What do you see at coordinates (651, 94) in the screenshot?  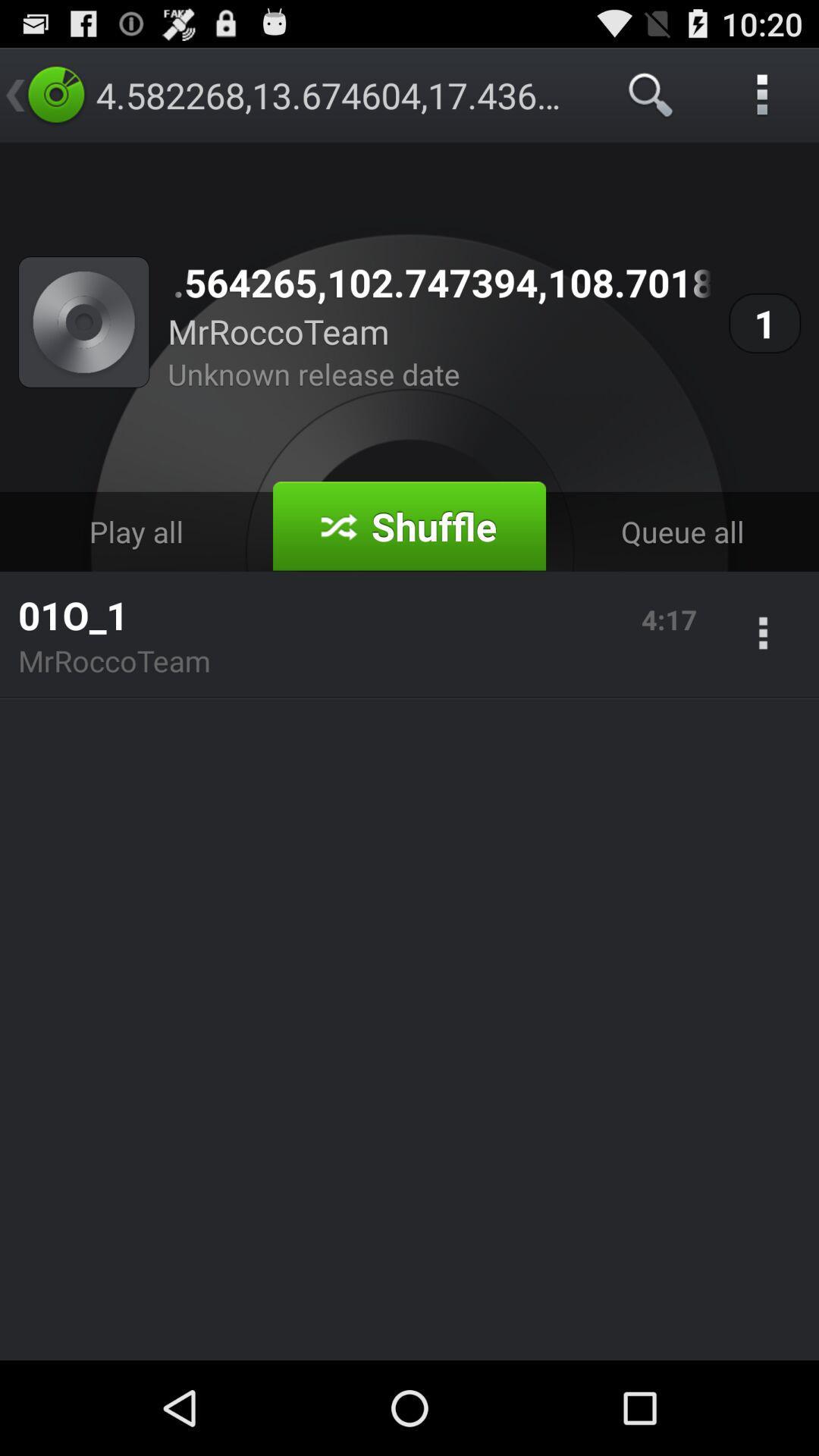 I see `the app next to 4 582268 13 item` at bounding box center [651, 94].